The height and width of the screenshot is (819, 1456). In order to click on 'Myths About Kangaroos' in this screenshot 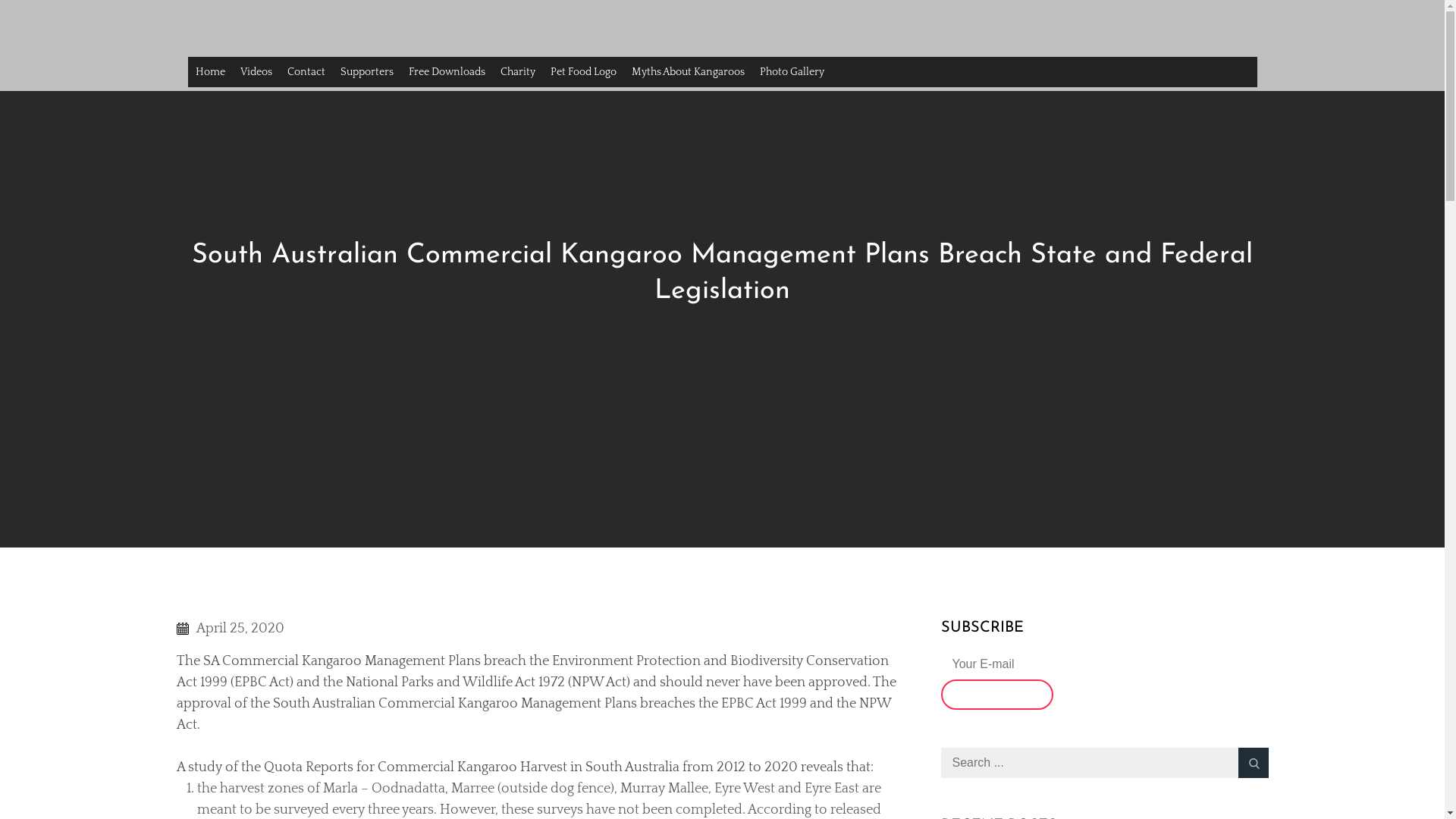, I will do `click(686, 72)`.